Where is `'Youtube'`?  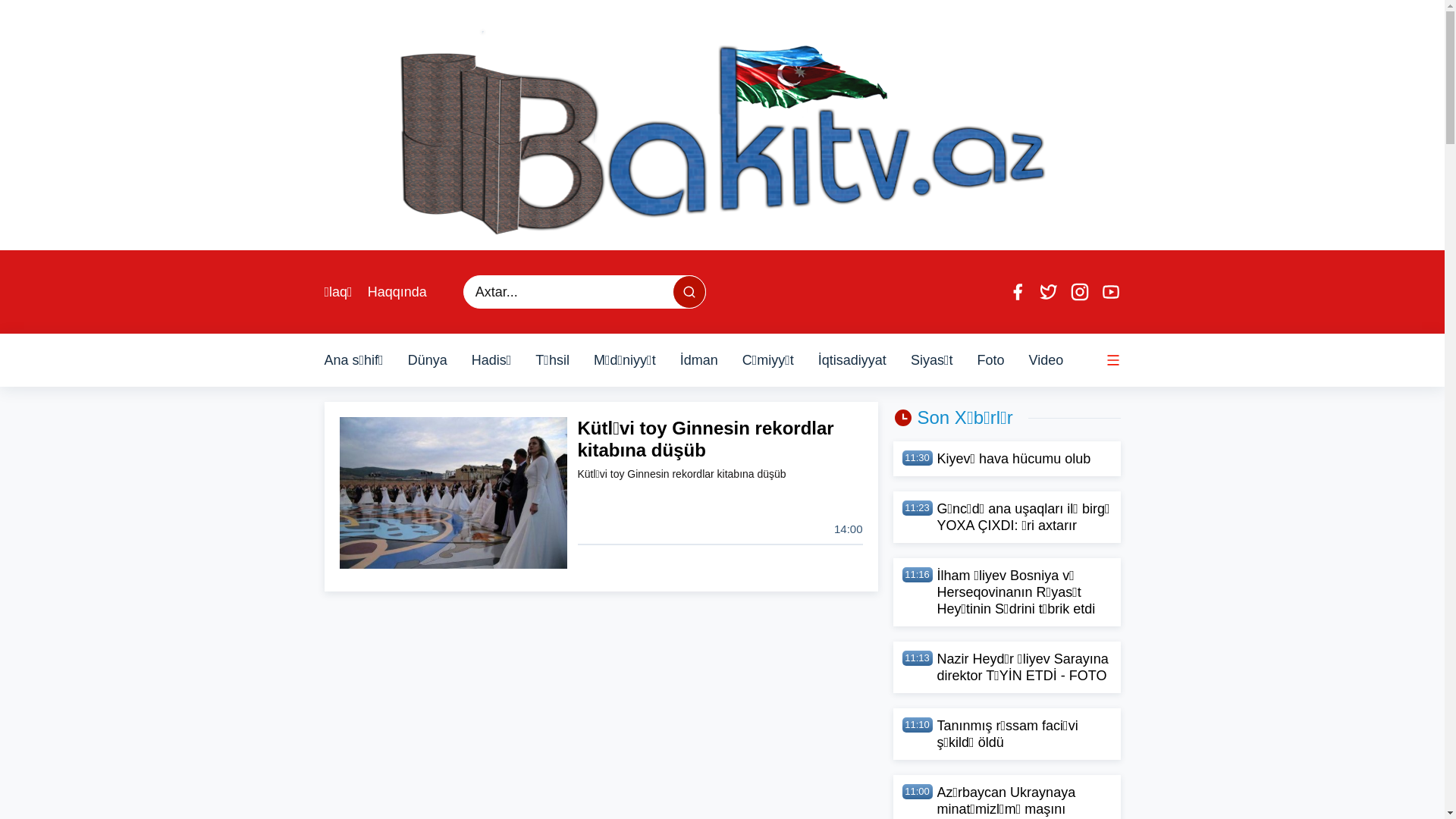 'Youtube' is located at coordinates (1110, 292).